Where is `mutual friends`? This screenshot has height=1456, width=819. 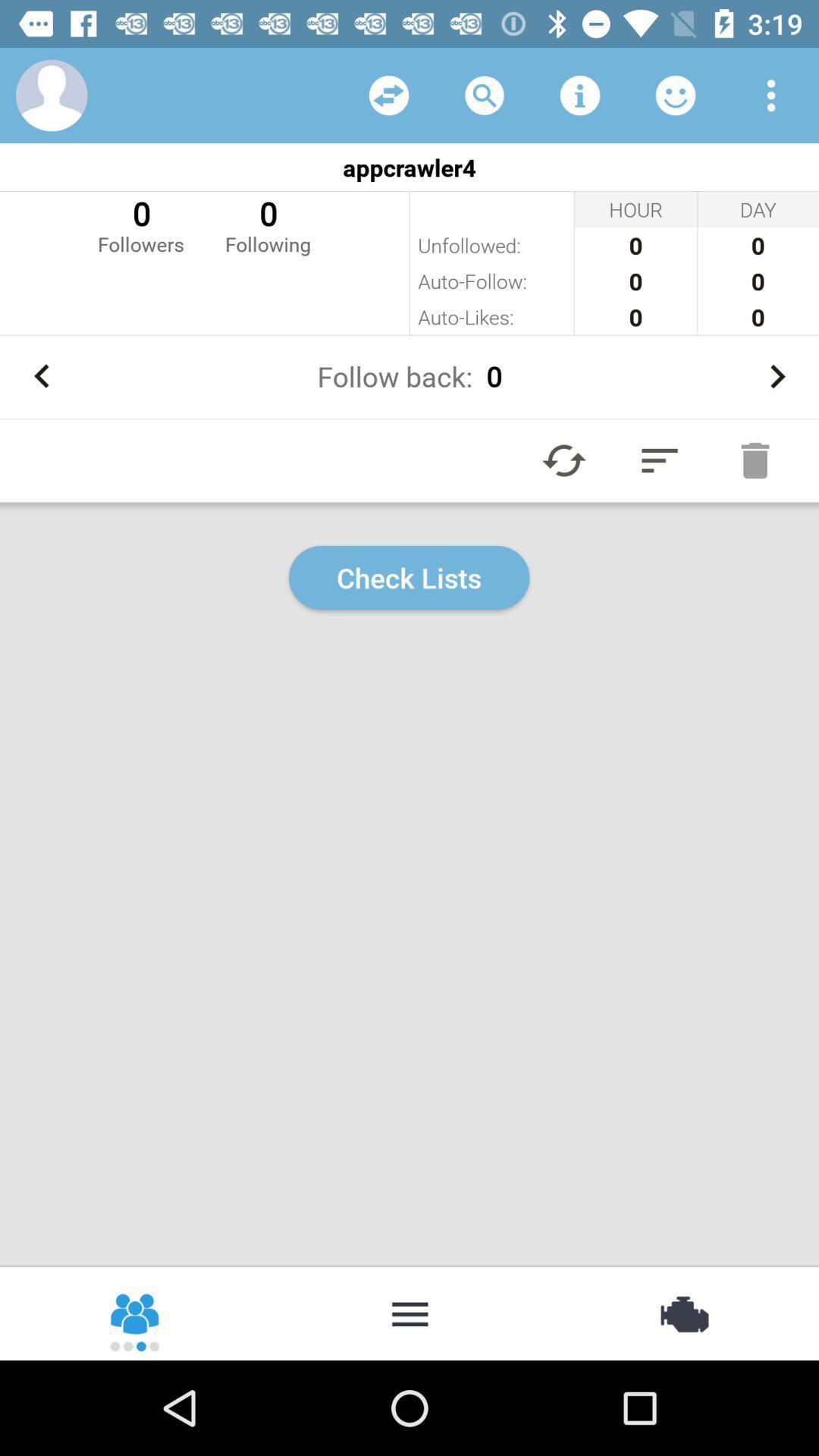 mutual friends is located at coordinates (388, 94).